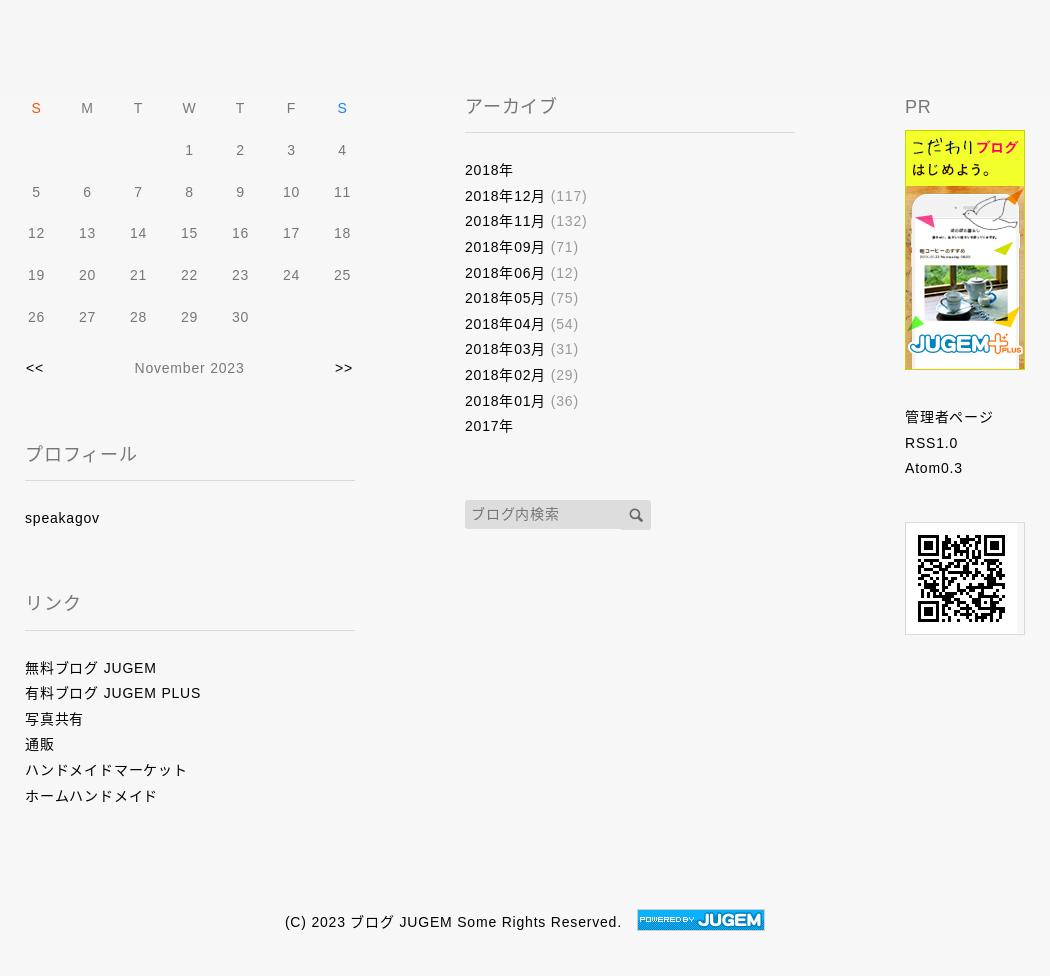 The height and width of the screenshot is (976, 1050). Describe the element at coordinates (561, 245) in the screenshot. I see `'(71)'` at that location.